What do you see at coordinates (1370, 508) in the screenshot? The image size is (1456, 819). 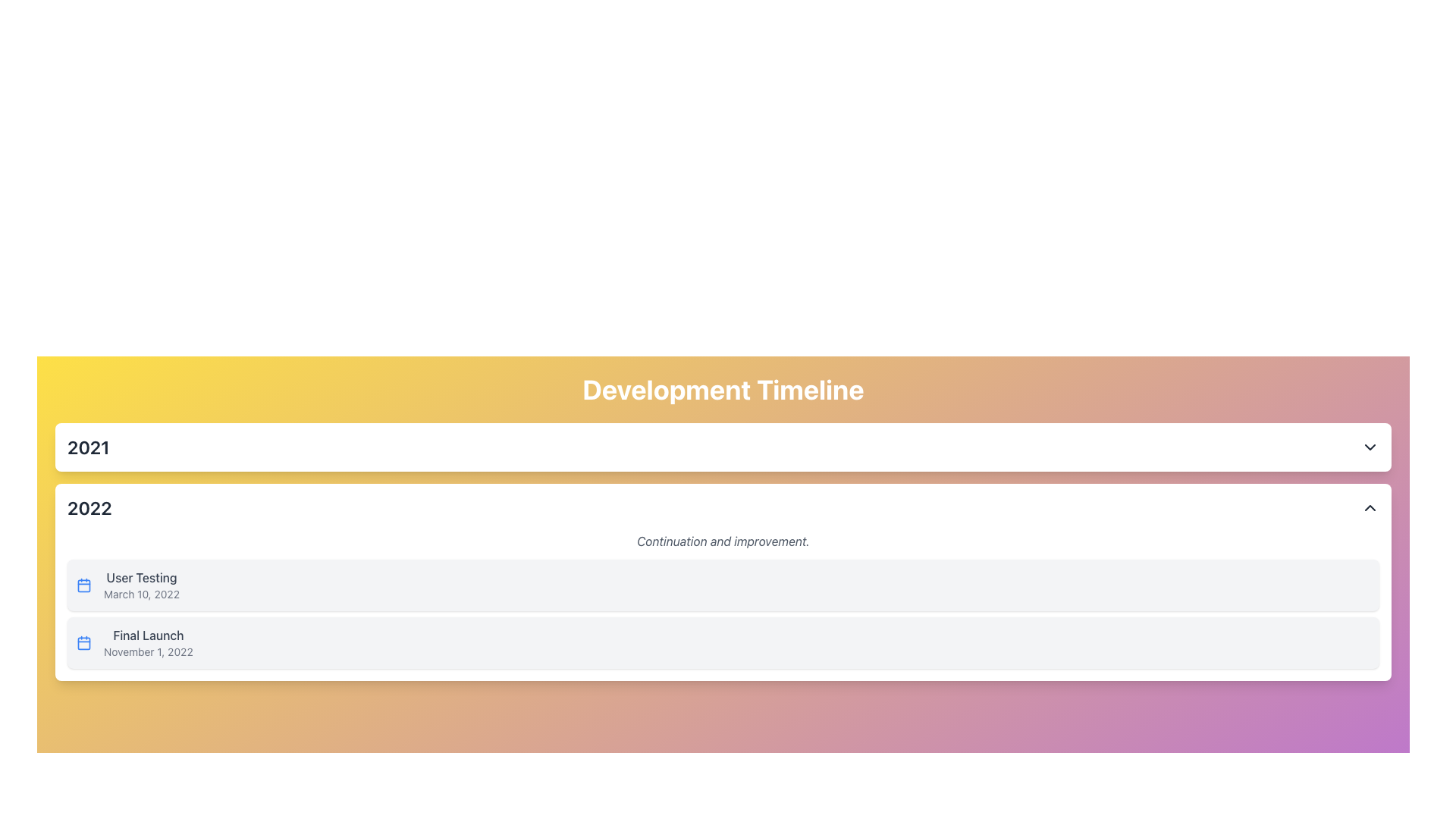 I see `the chevron icon button located at the far right of the '2022' text` at bounding box center [1370, 508].